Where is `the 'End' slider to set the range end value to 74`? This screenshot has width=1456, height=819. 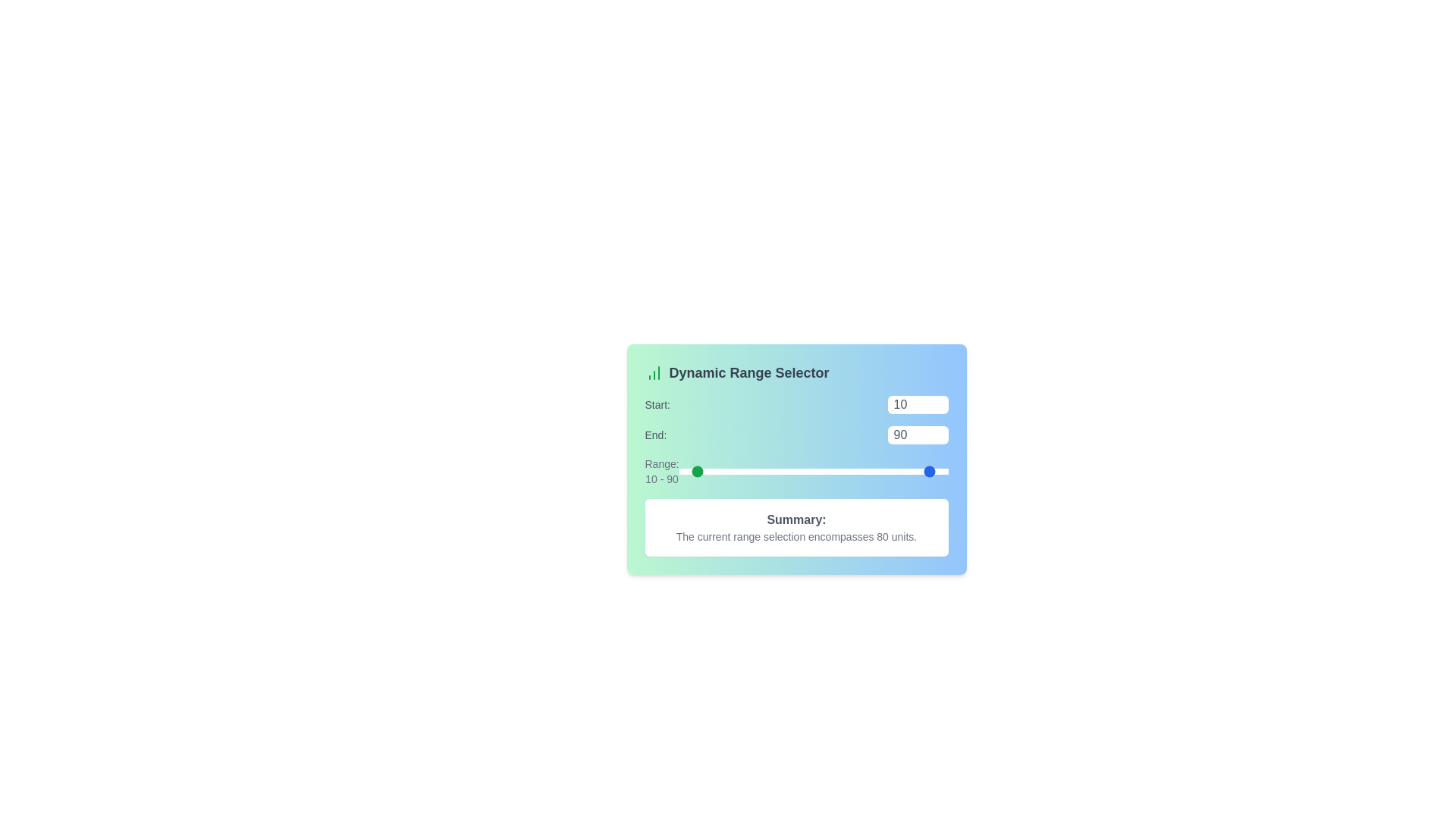
the 'End' slider to set the range end value to 74 is located at coordinates (912, 470).